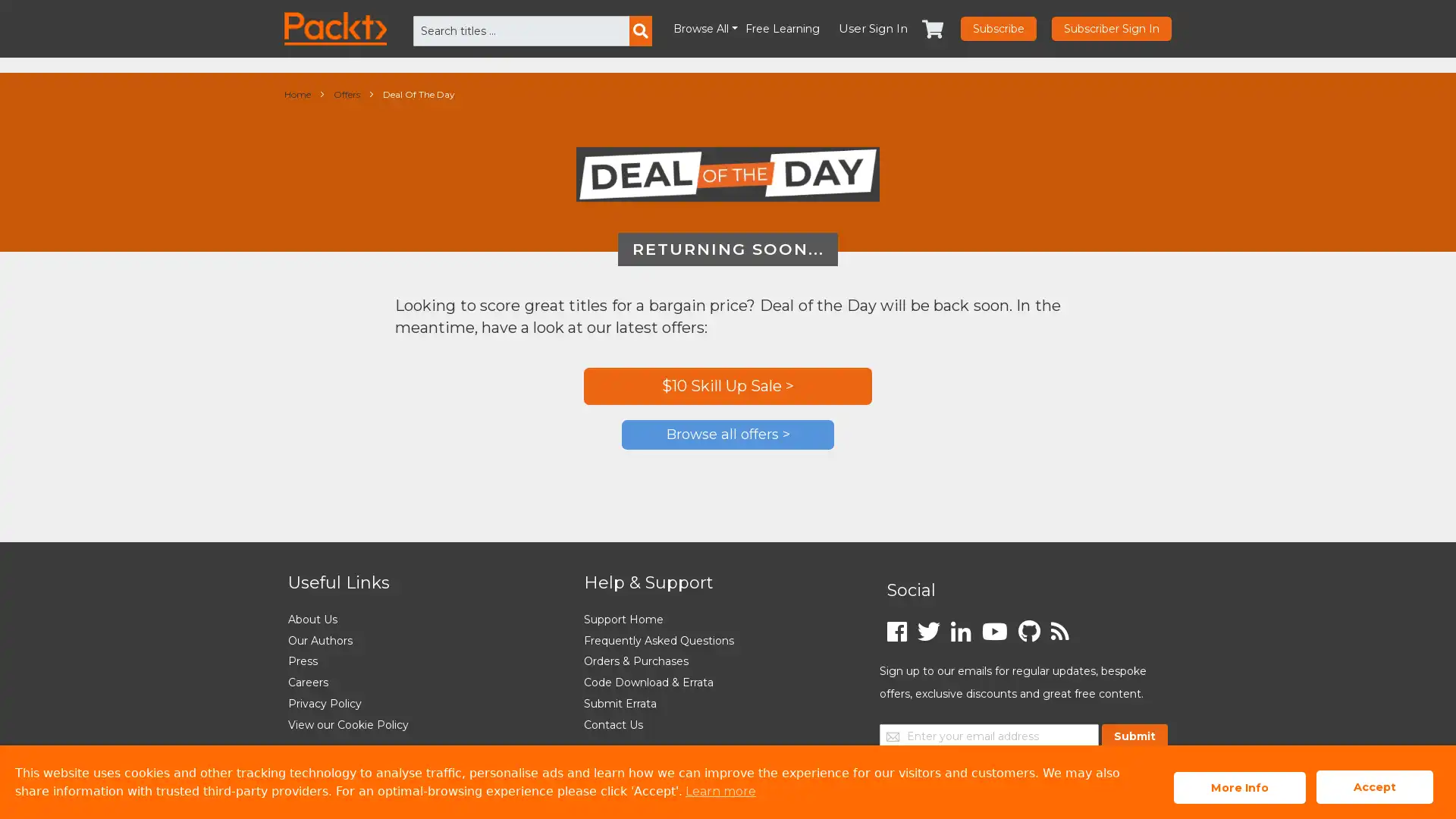 This screenshot has width=1456, height=819. What do you see at coordinates (1111, 29) in the screenshot?
I see `Subscriber Sign In` at bounding box center [1111, 29].